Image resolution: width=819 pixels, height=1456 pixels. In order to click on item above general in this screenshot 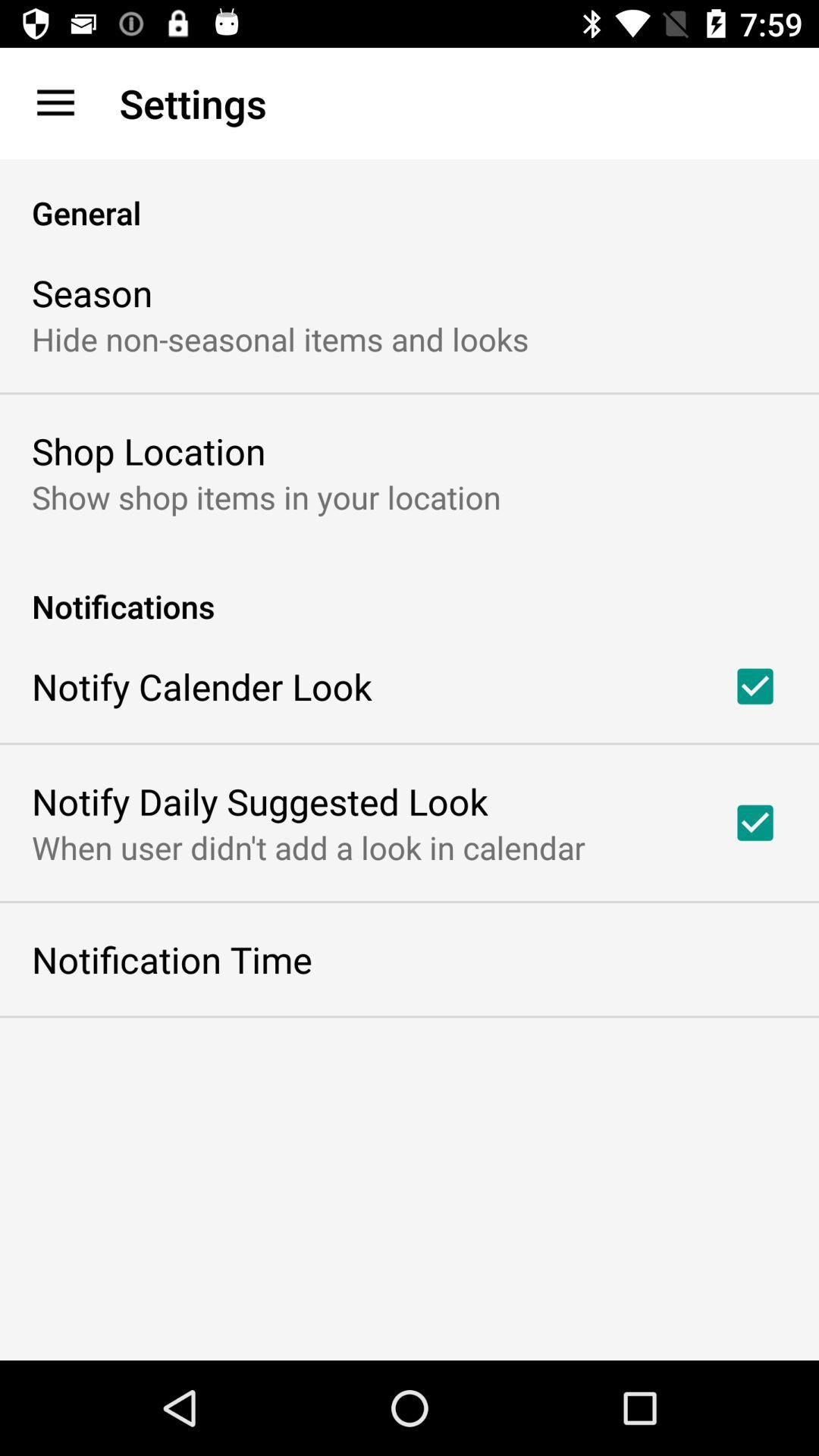, I will do `click(55, 102)`.